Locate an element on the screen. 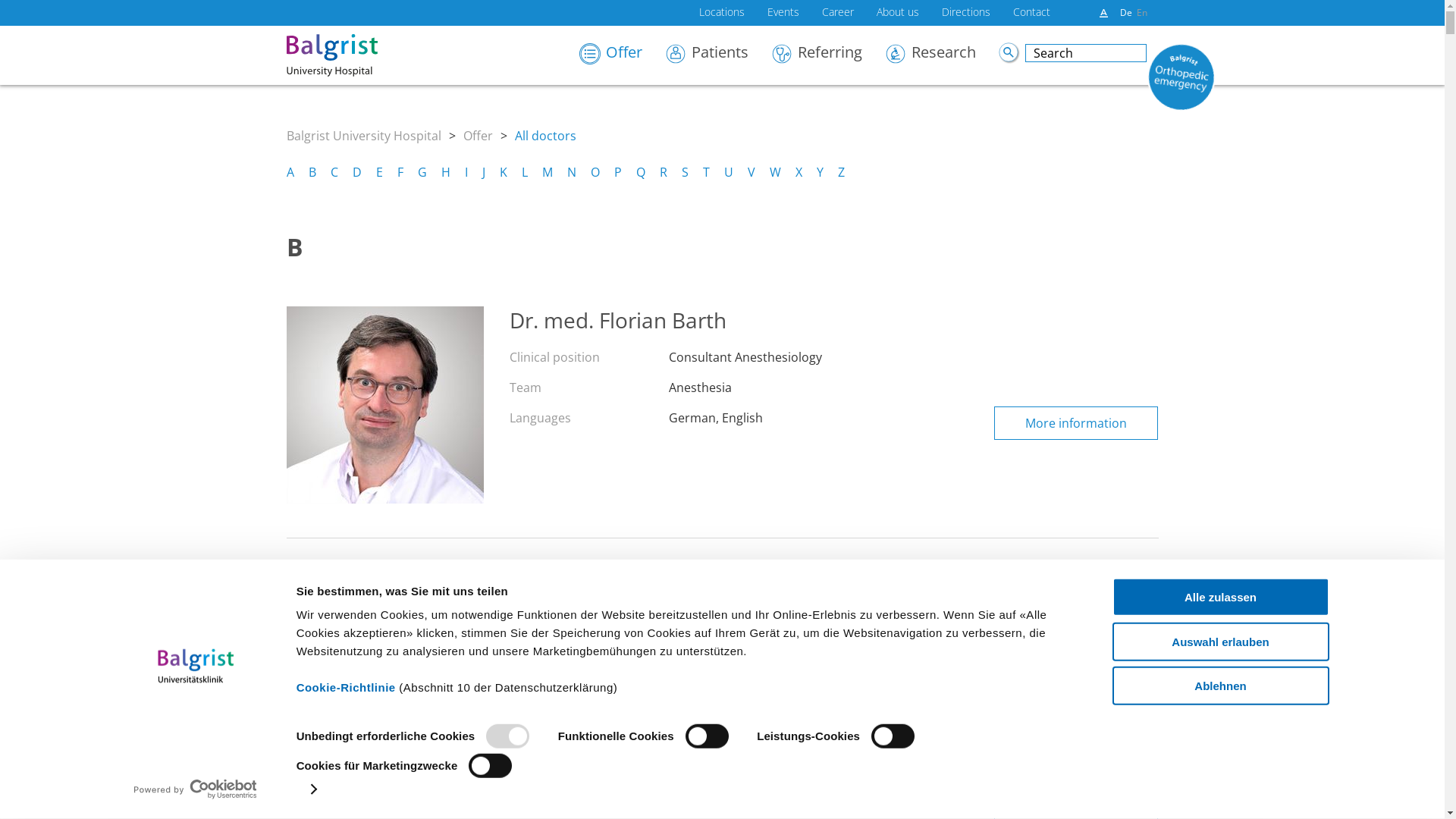 Image resolution: width=1456 pixels, height=819 pixels. 'I' is located at coordinates (465, 171).